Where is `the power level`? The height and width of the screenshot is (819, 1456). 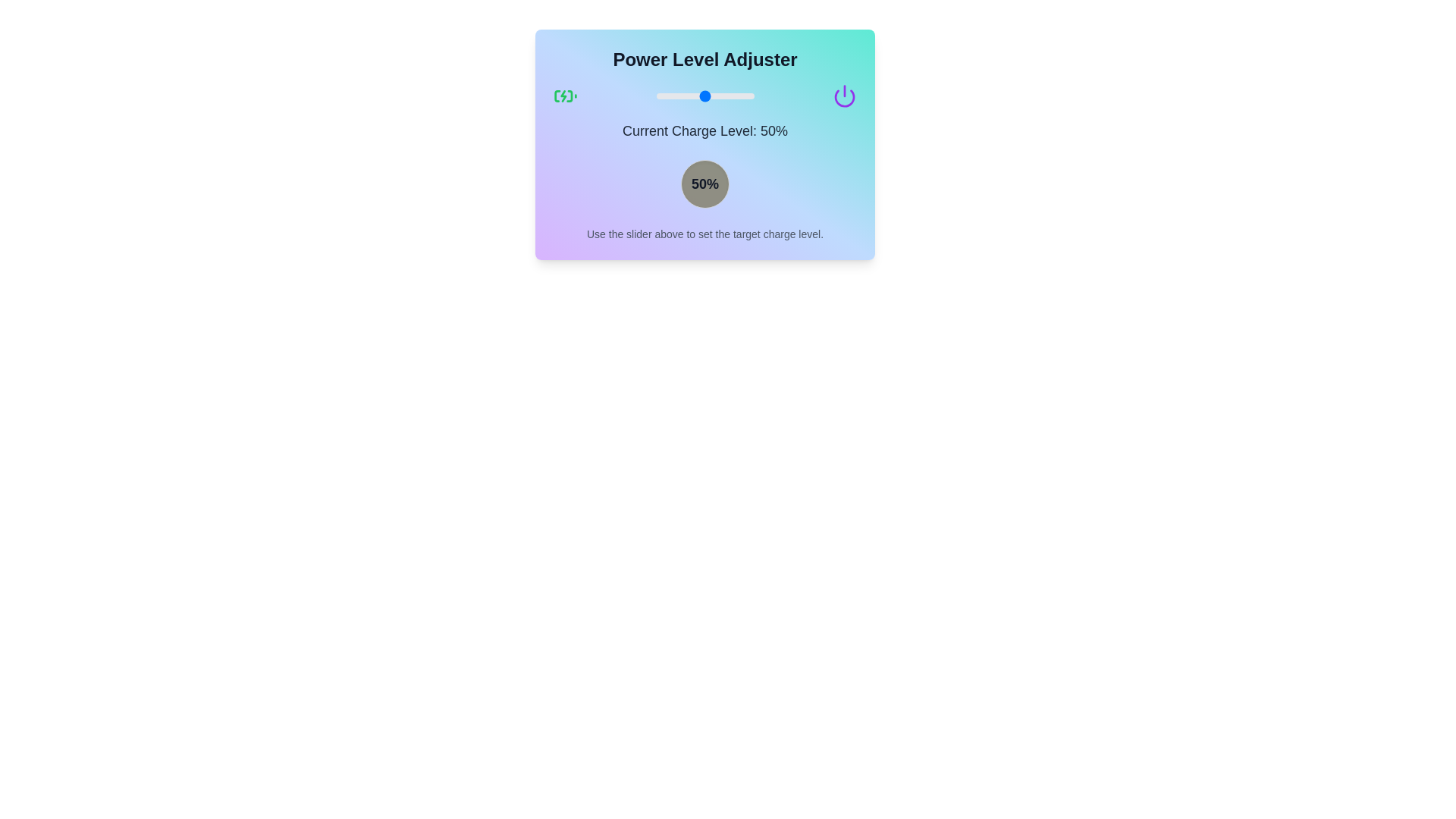
the power level is located at coordinates (658, 96).